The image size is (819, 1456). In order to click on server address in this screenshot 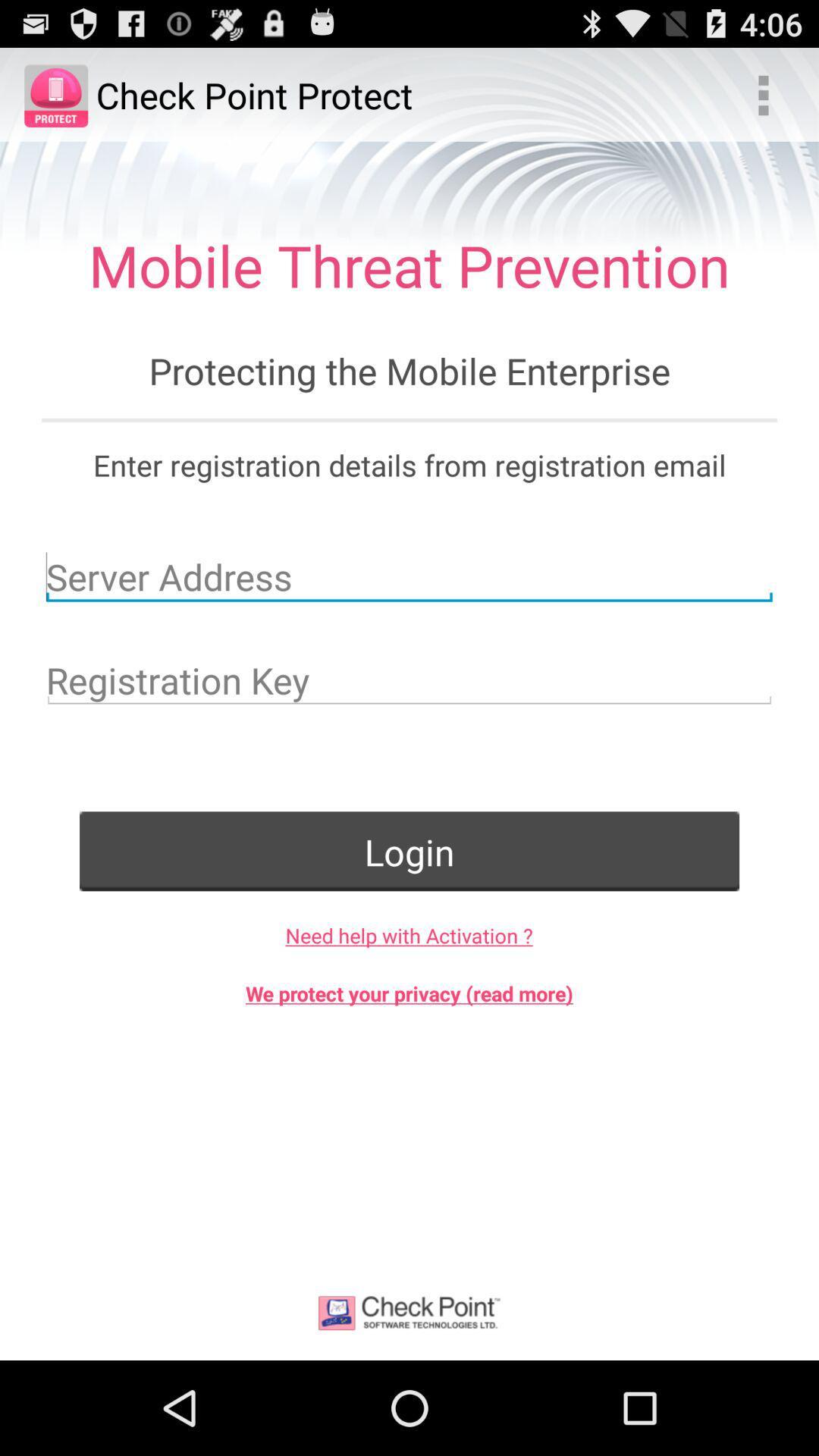, I will do `click(409, 576)`.